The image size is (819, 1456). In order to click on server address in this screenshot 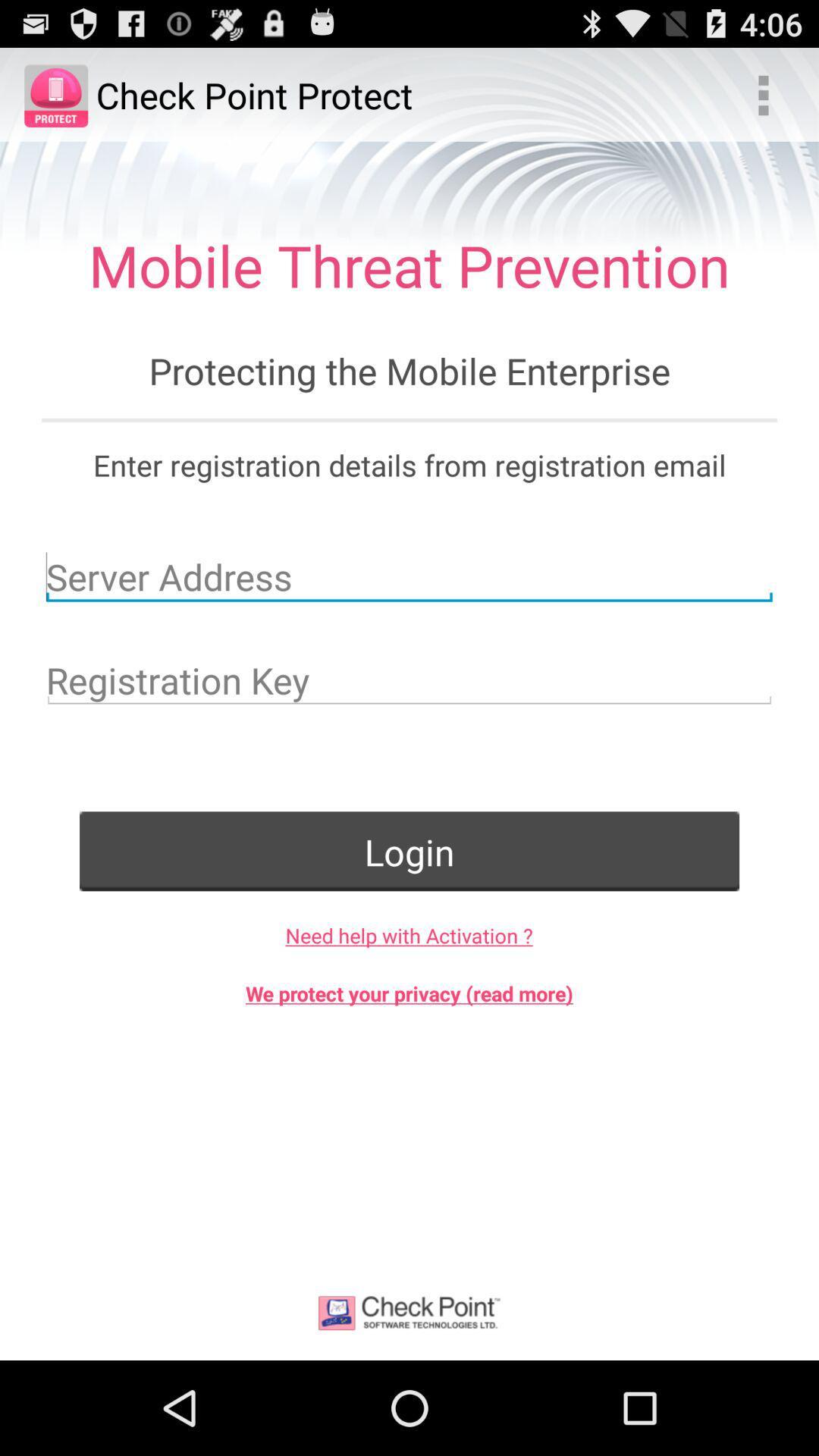, I will do `click(409, 576)`.